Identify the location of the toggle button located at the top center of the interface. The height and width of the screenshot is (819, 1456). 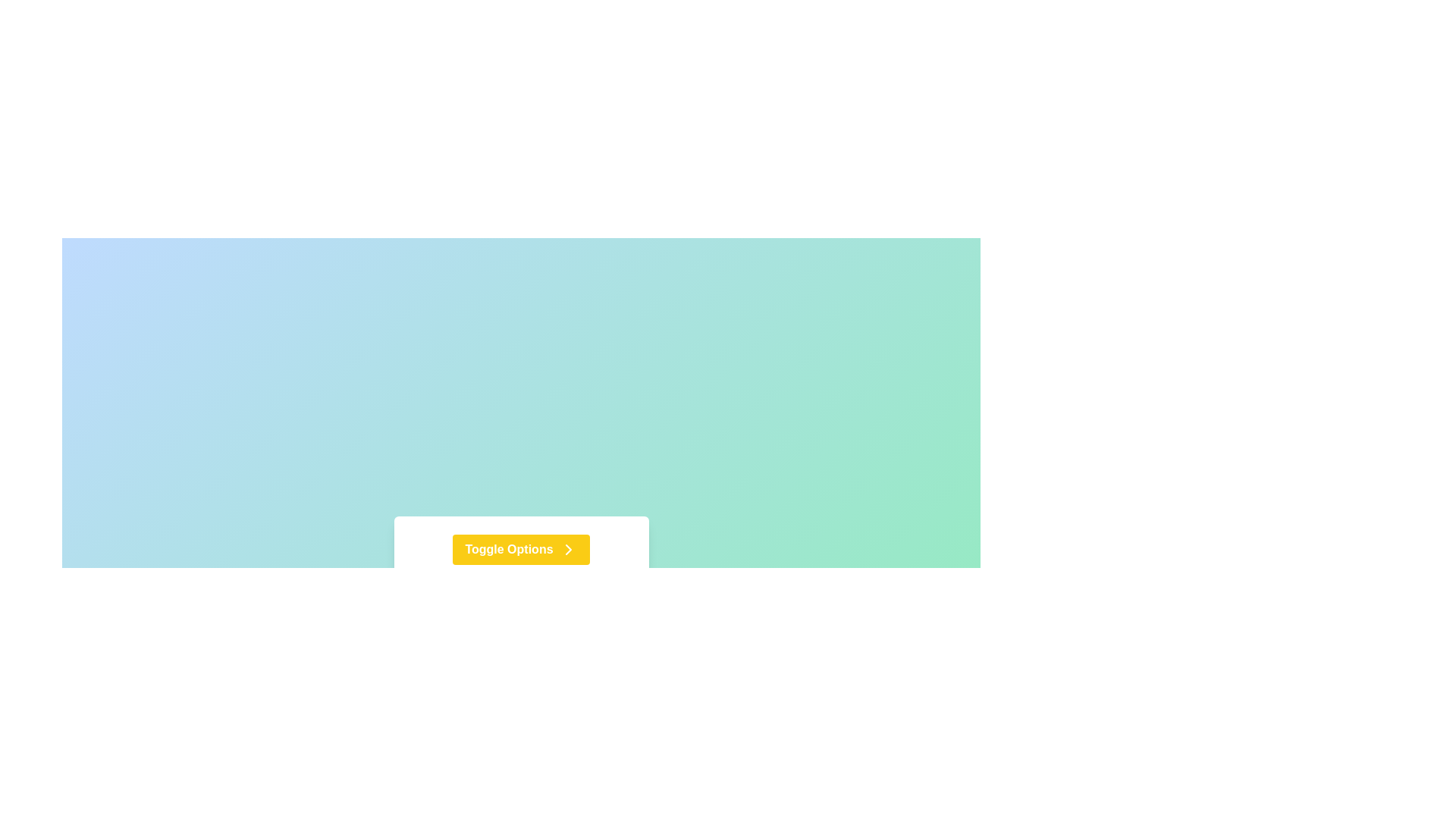
(521, 550).